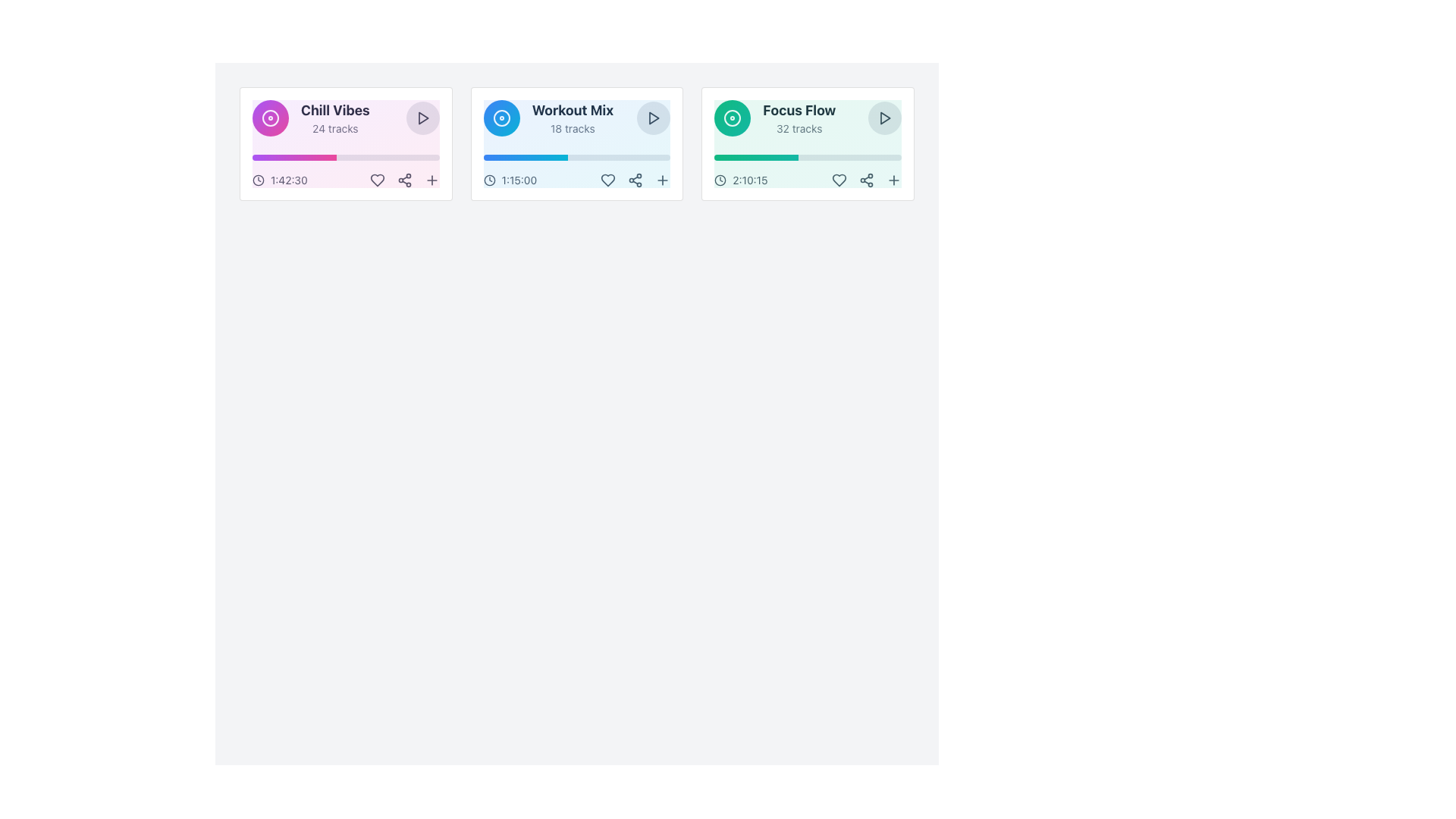 This screenshot has width=1456, height=819. What do you see at coordinates (807, 143) in the screenshot?
I see `the 'Focus Flow' card, which is the third card in a horizontal list, to select it` at bounding box center [807, 143].